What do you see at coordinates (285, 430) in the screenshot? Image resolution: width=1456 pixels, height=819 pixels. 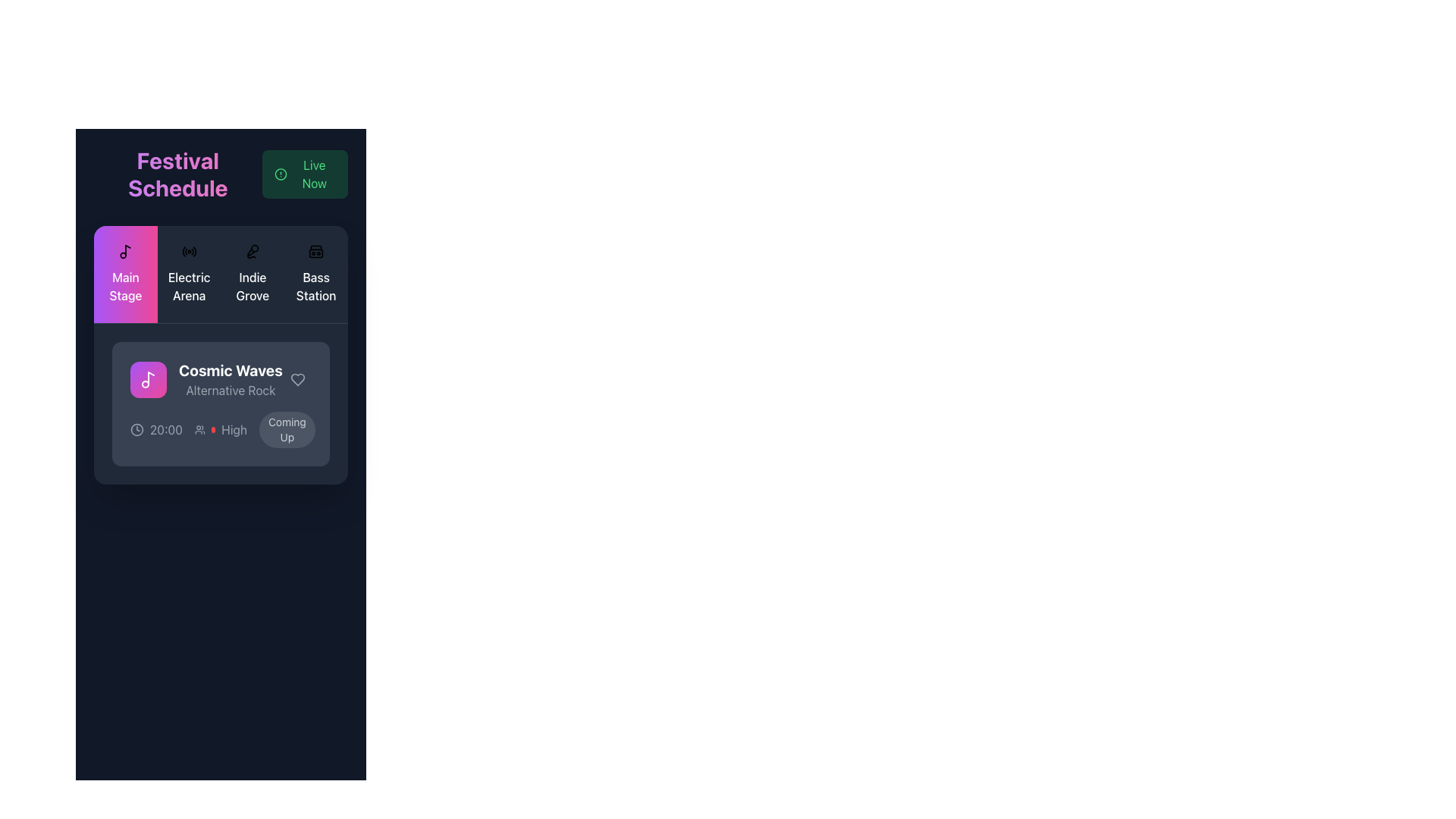 I see `text description of the pill-shaped button labeled 'Coming Up', which is located in the last column of a three-column grid layout under the 'Main Stage' tab` at bounding box center [285, 430].